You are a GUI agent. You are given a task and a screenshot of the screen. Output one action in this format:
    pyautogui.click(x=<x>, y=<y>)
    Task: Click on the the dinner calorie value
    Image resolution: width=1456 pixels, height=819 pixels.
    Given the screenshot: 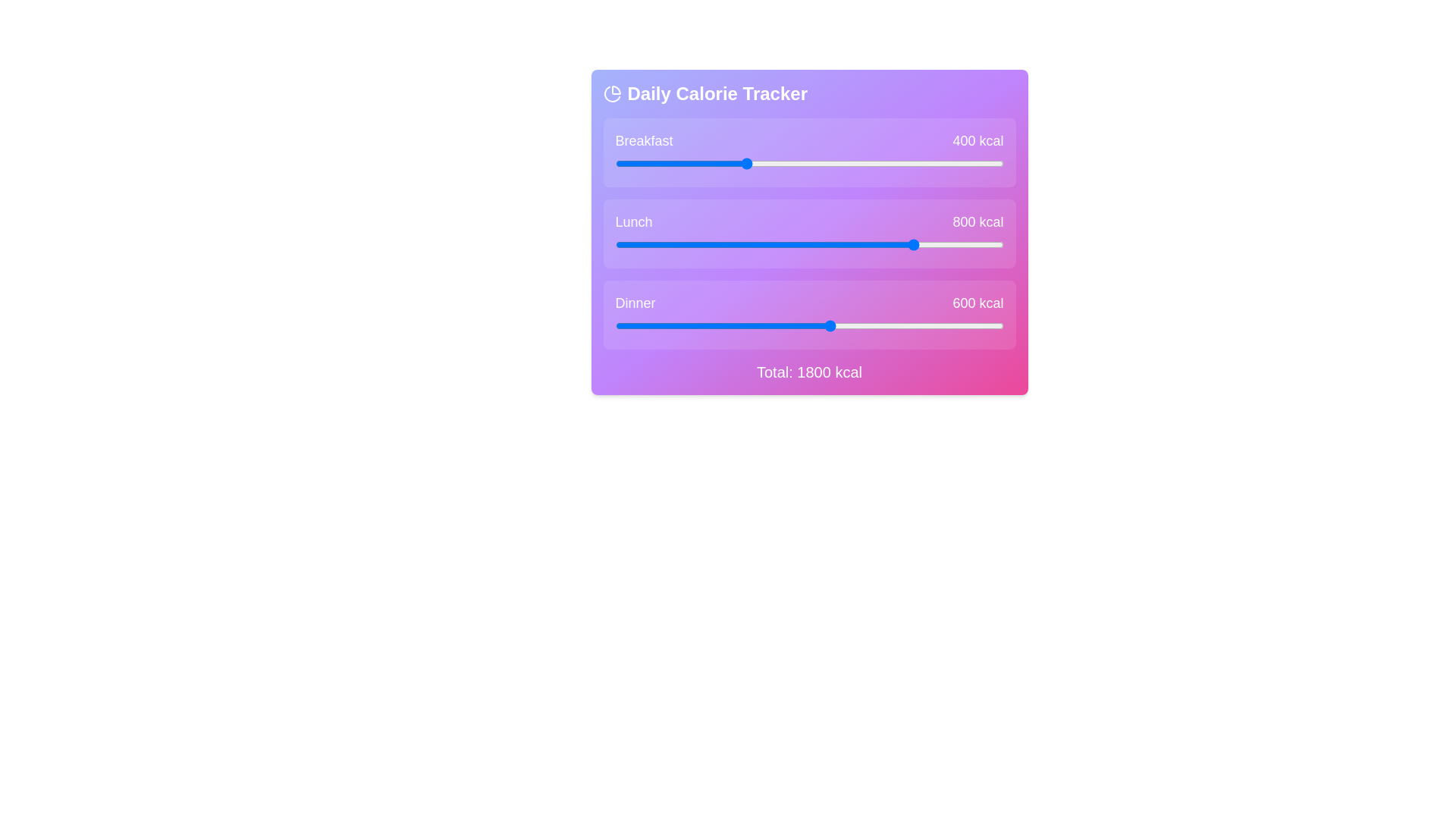 What is the action you would take?
    pyautogui.click(x=987, y=325)
    